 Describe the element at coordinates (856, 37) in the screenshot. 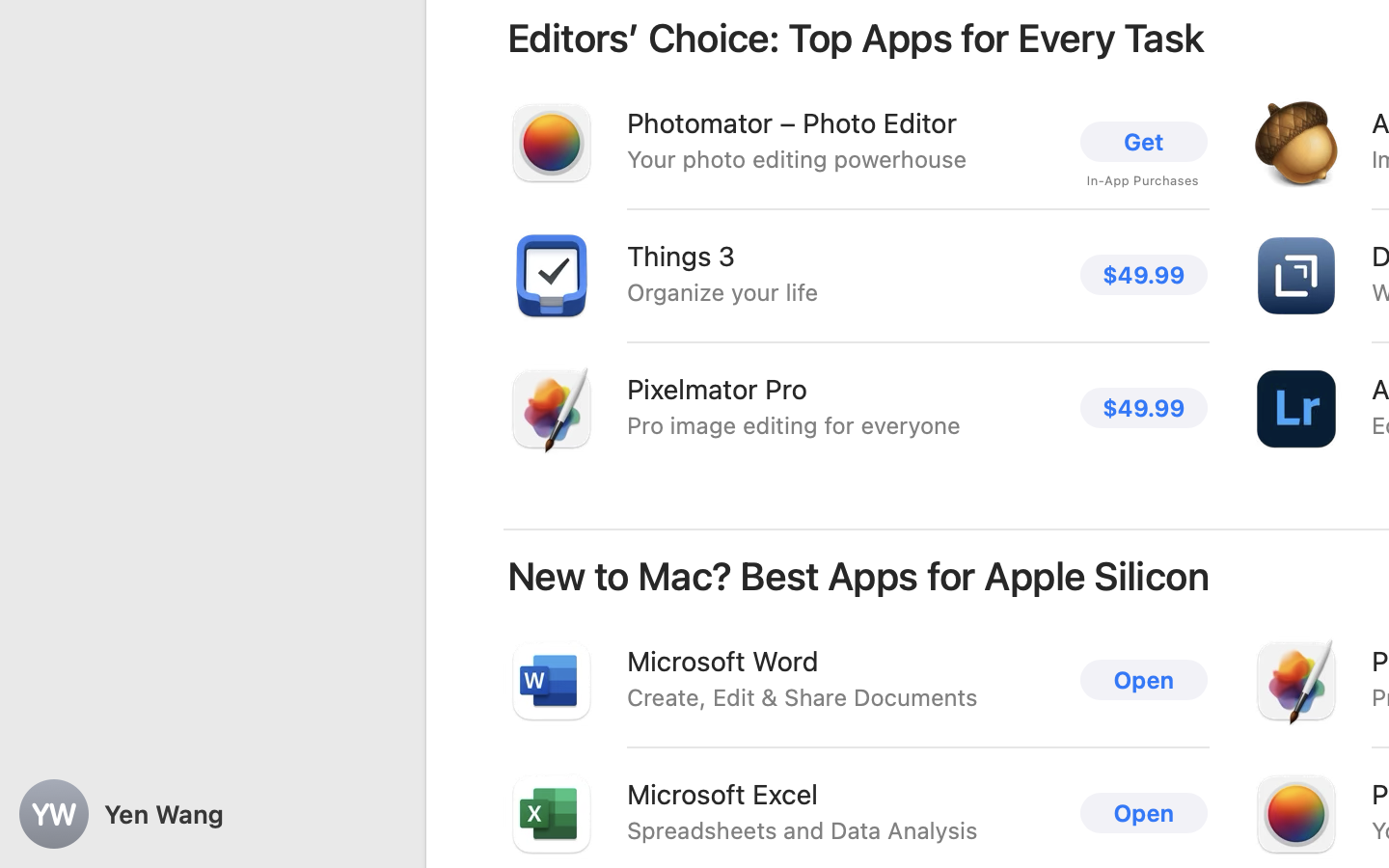

I see `'Editors’ Choice: Top Apps for Every Task'` at that location.